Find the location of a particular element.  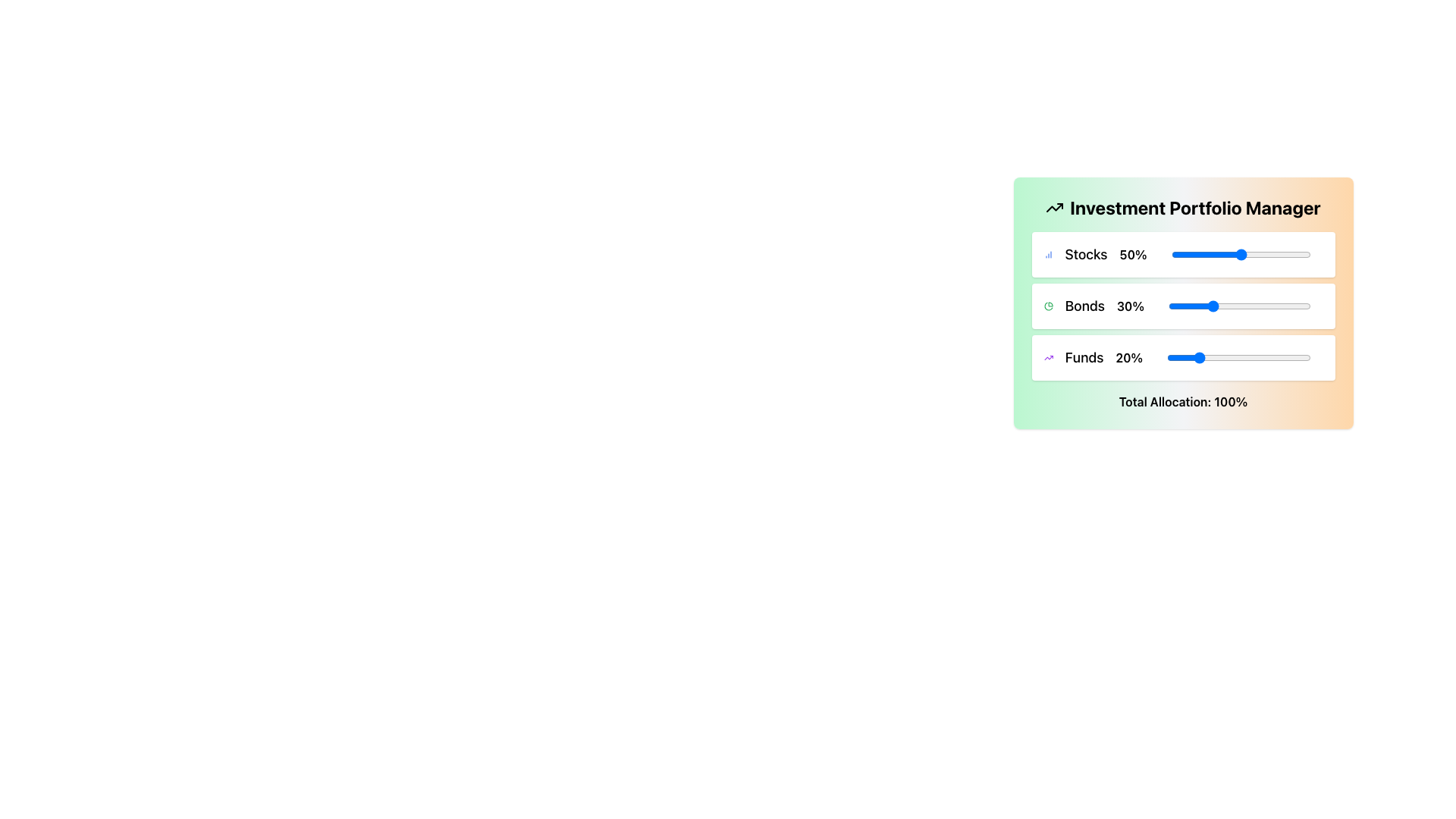

the 'Funds' allocation is located at coordinates (1276, 357).